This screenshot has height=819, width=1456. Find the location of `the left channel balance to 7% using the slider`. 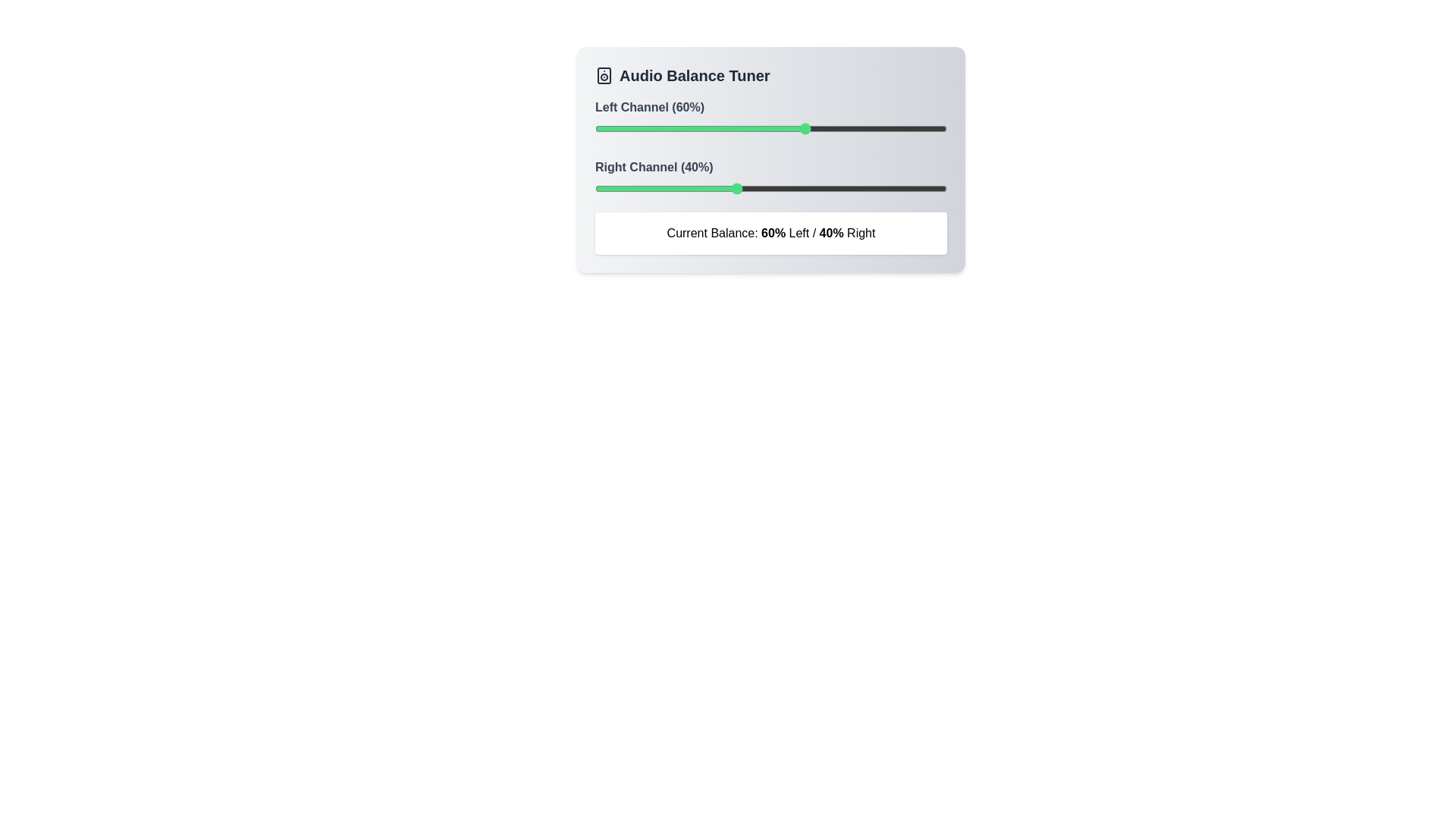

the left channel balance to 7% using the slider is located at coordinates (620, 127).